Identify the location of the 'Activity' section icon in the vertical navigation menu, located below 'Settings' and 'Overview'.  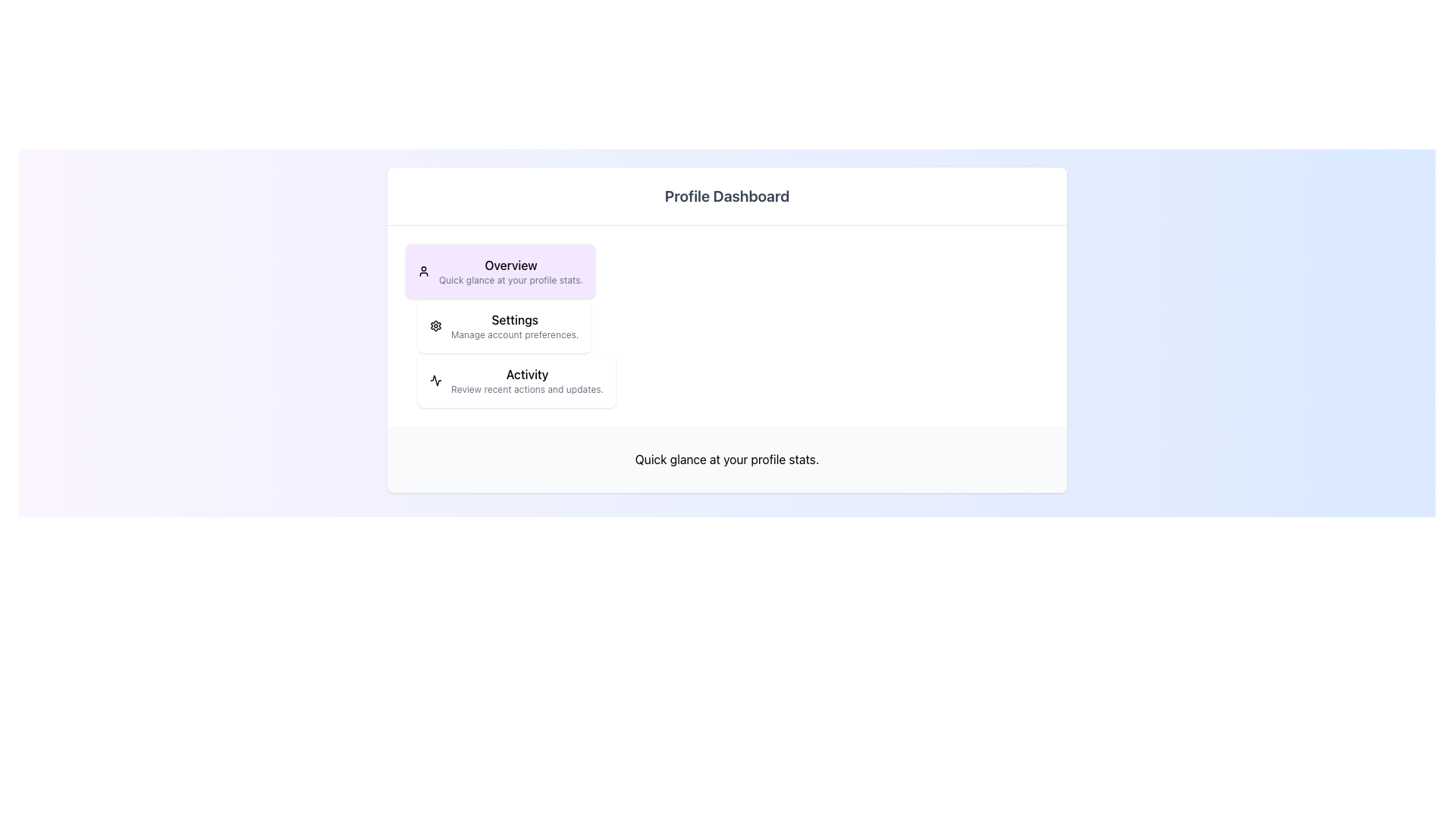
(435, 379).